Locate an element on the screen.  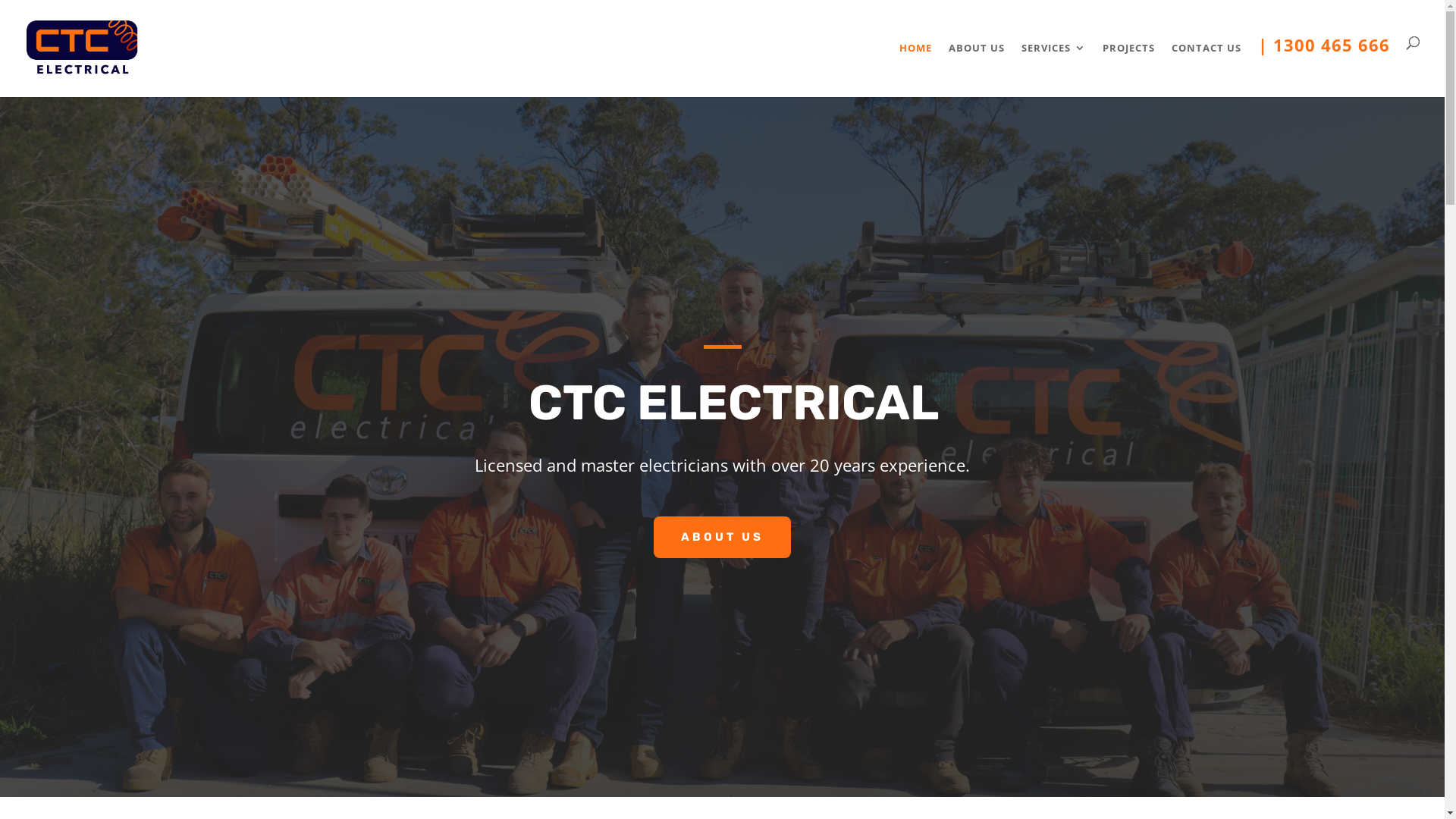
'SERVICES' is located at coordinates (1021, 65).